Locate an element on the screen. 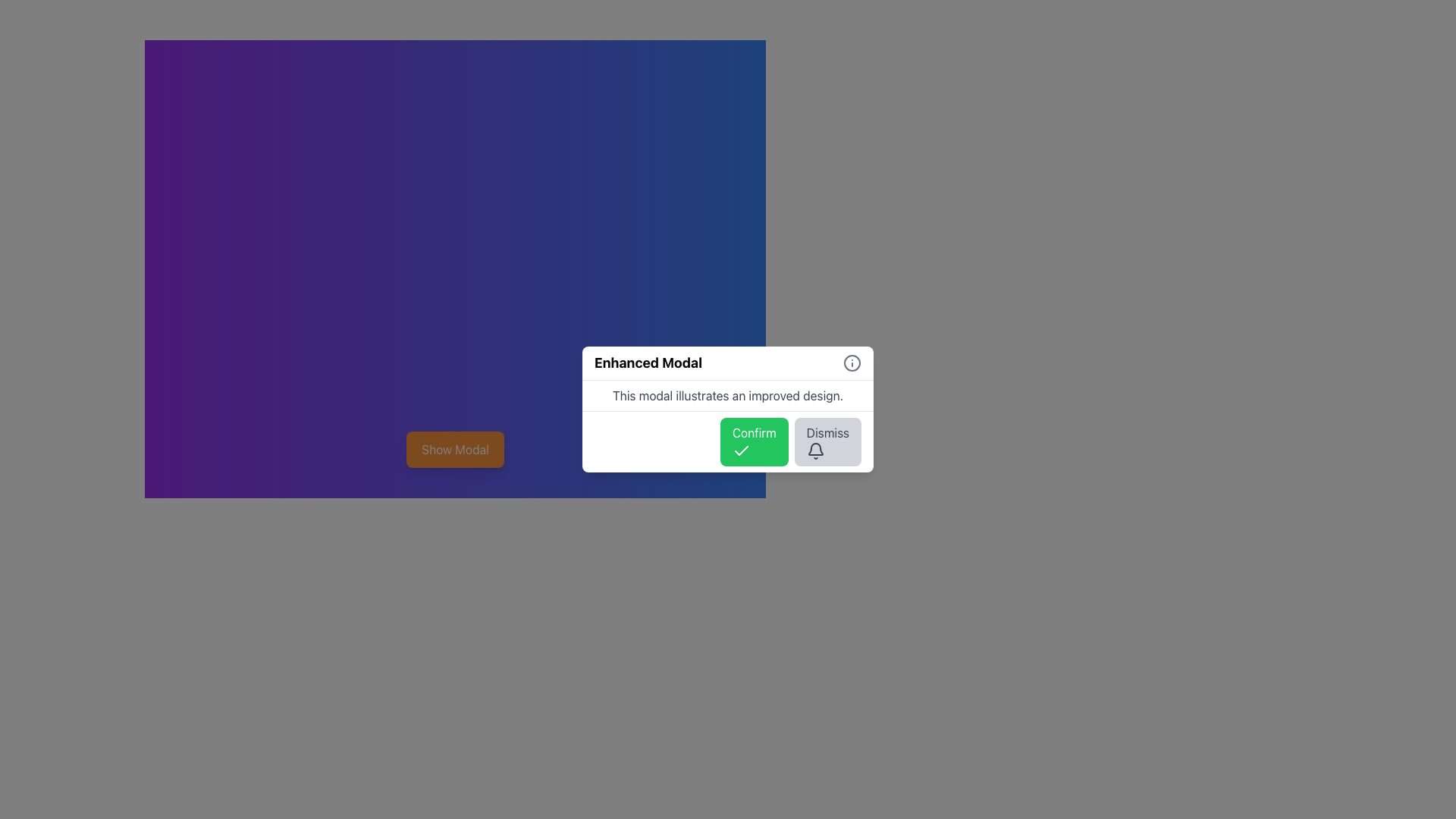  the SVG Circle that represents 'info' or 'details' within the modal dialog titled 'Enhanced Modal', located at the top-right corner is located at coordinates (852, 362).